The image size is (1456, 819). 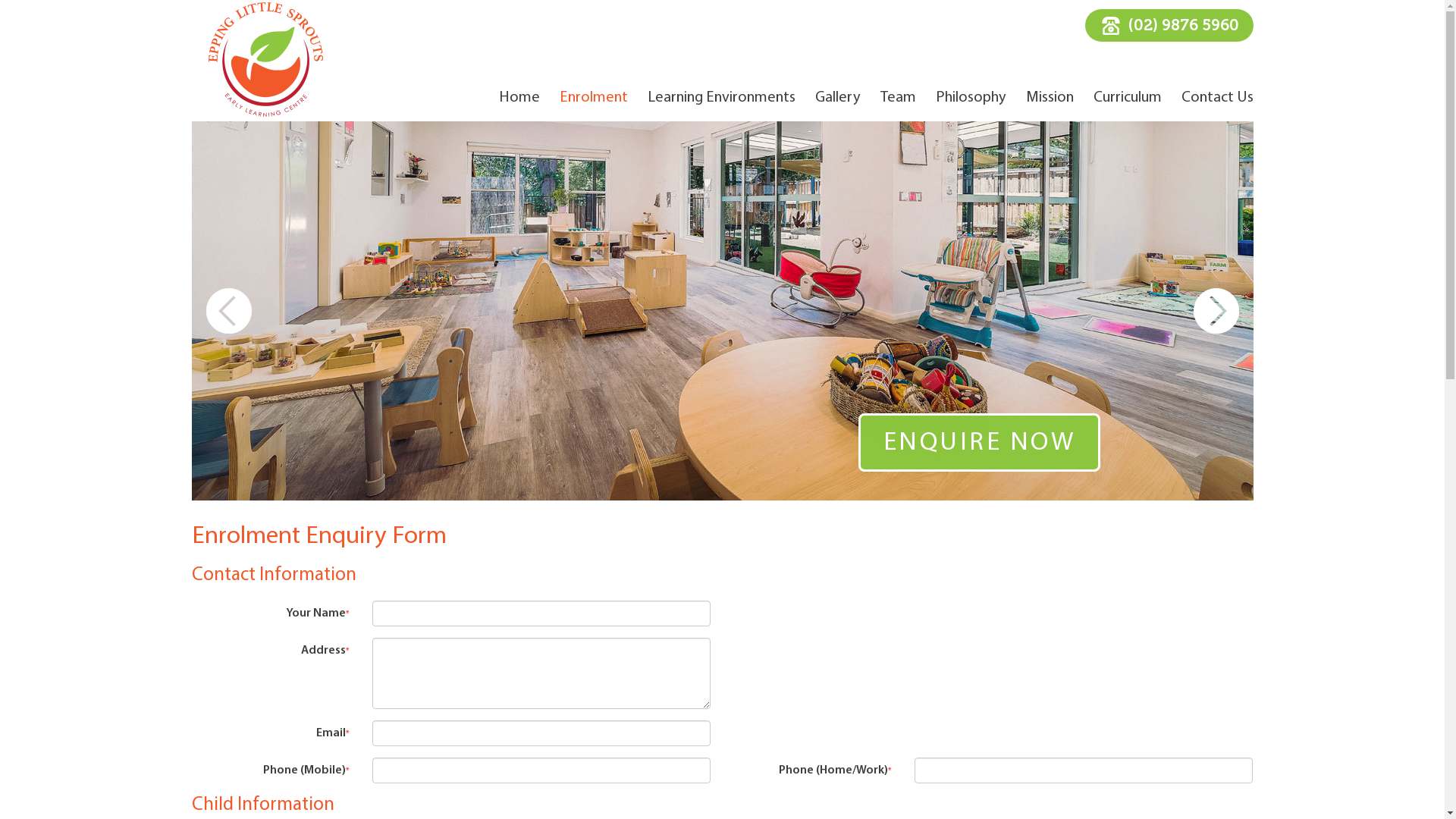 What do you see at coordinates (1048, 98) in the screenshot?
I see `'Mission'` at bounding box center [1048, 98].